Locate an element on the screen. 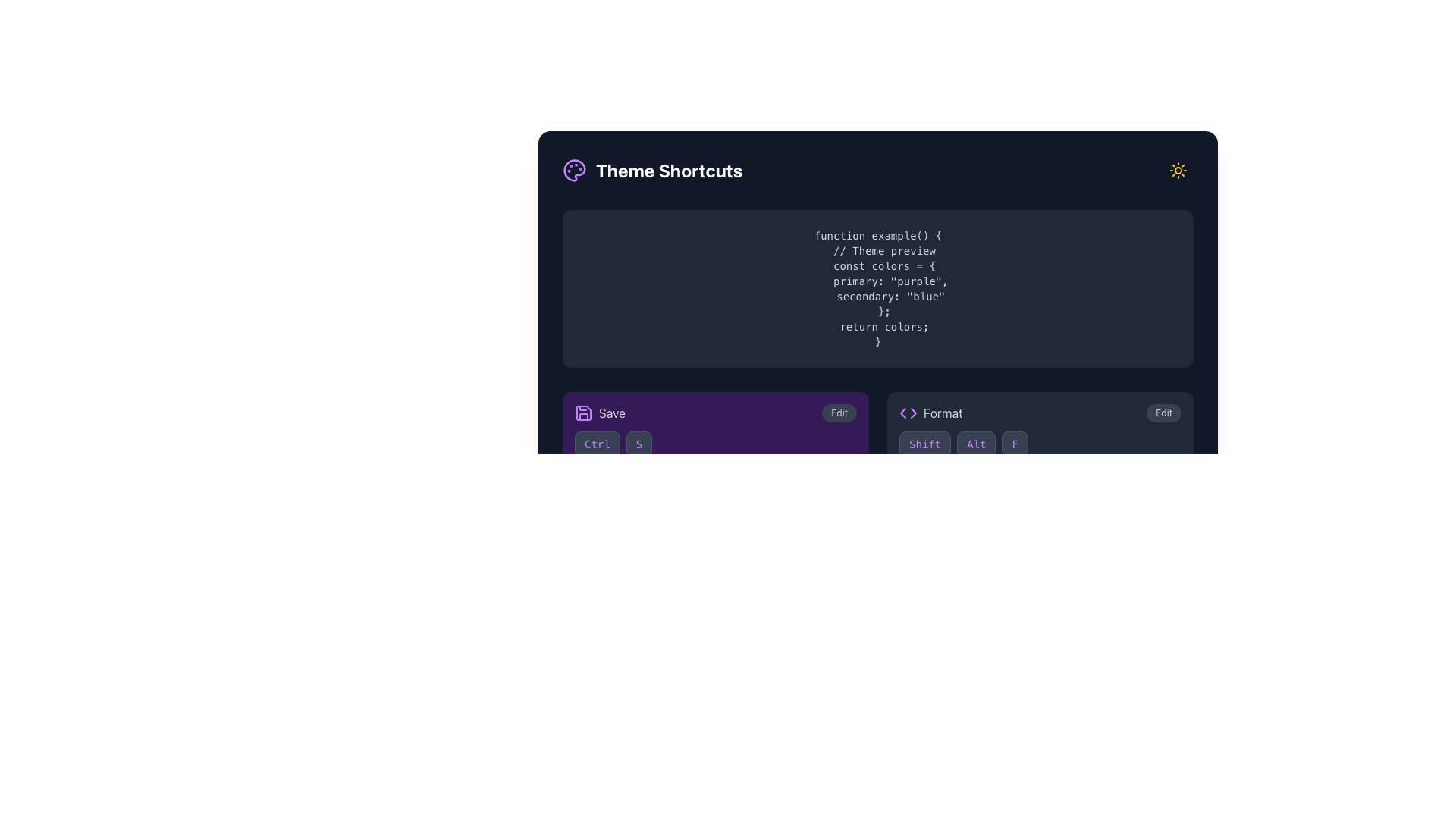 Image resolution: width=1456 pixels, height=819 pixels. the label for the save functionality located to the right of the floppy disk icon is located at coordinates (612, 413).